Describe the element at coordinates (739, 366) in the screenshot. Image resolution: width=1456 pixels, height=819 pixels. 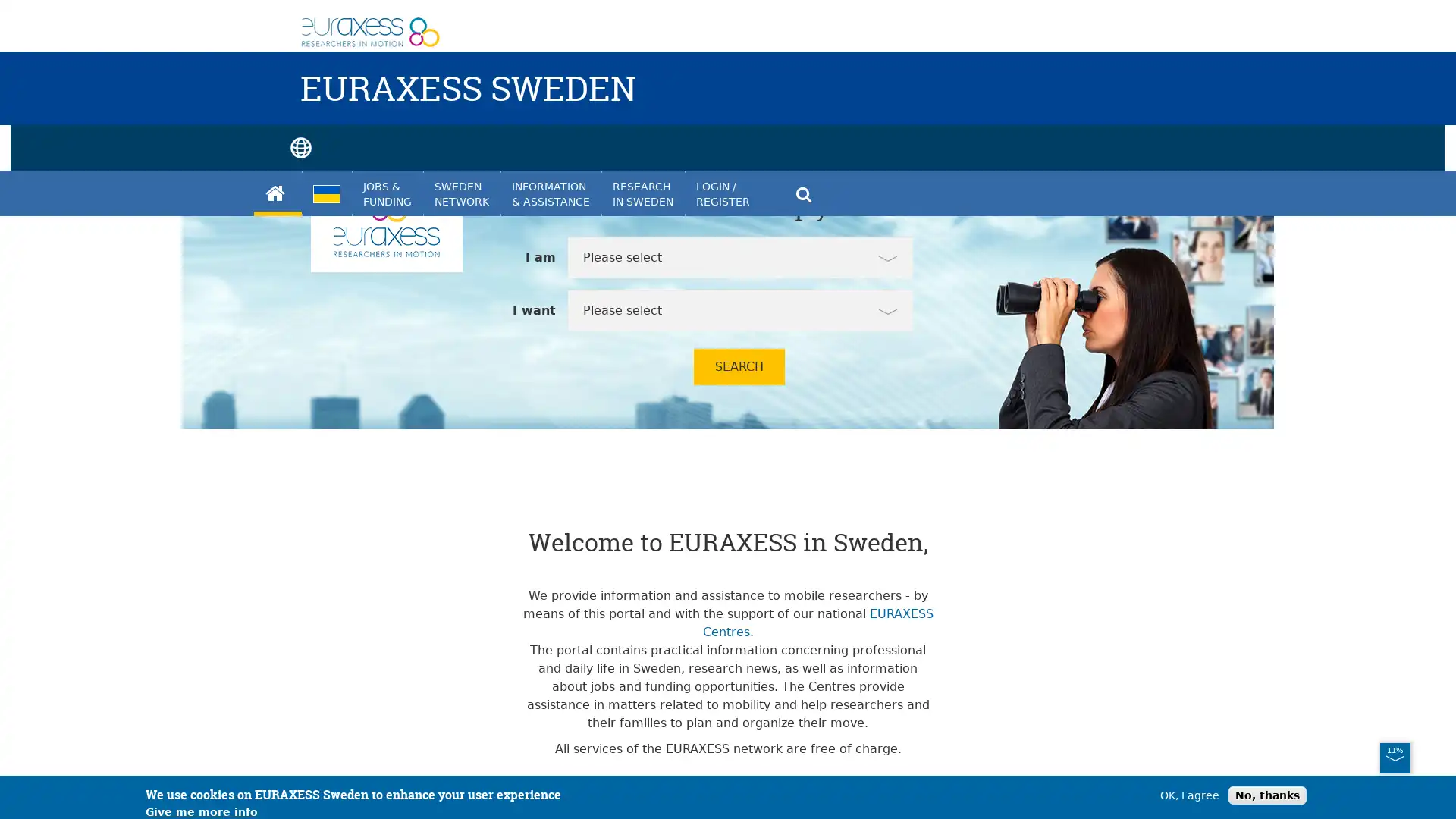
I see `SEARCH` at that location.